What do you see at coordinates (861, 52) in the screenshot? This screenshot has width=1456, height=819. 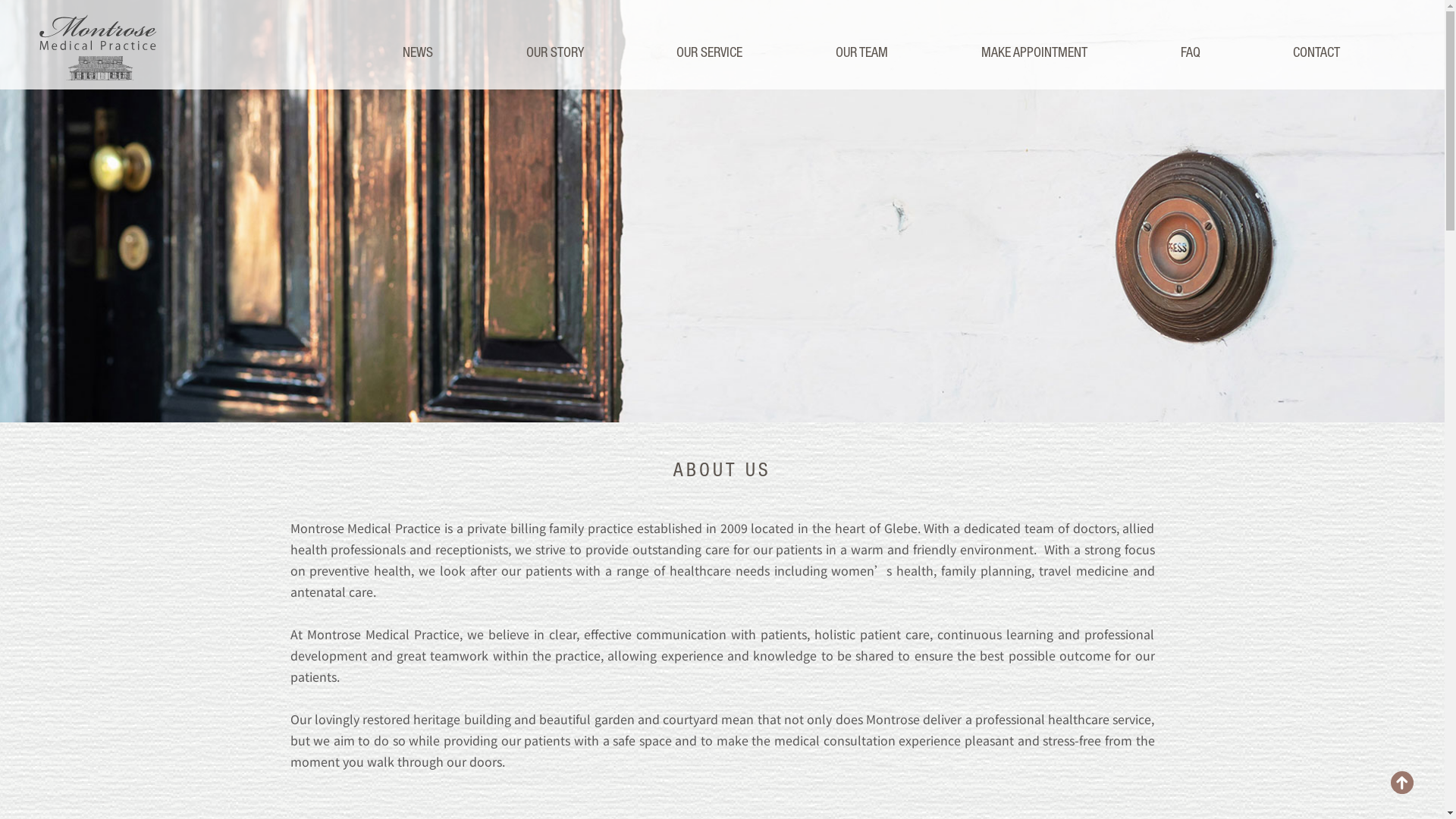 I see `'OUR TEAM'` at bounding box center [861, 52].